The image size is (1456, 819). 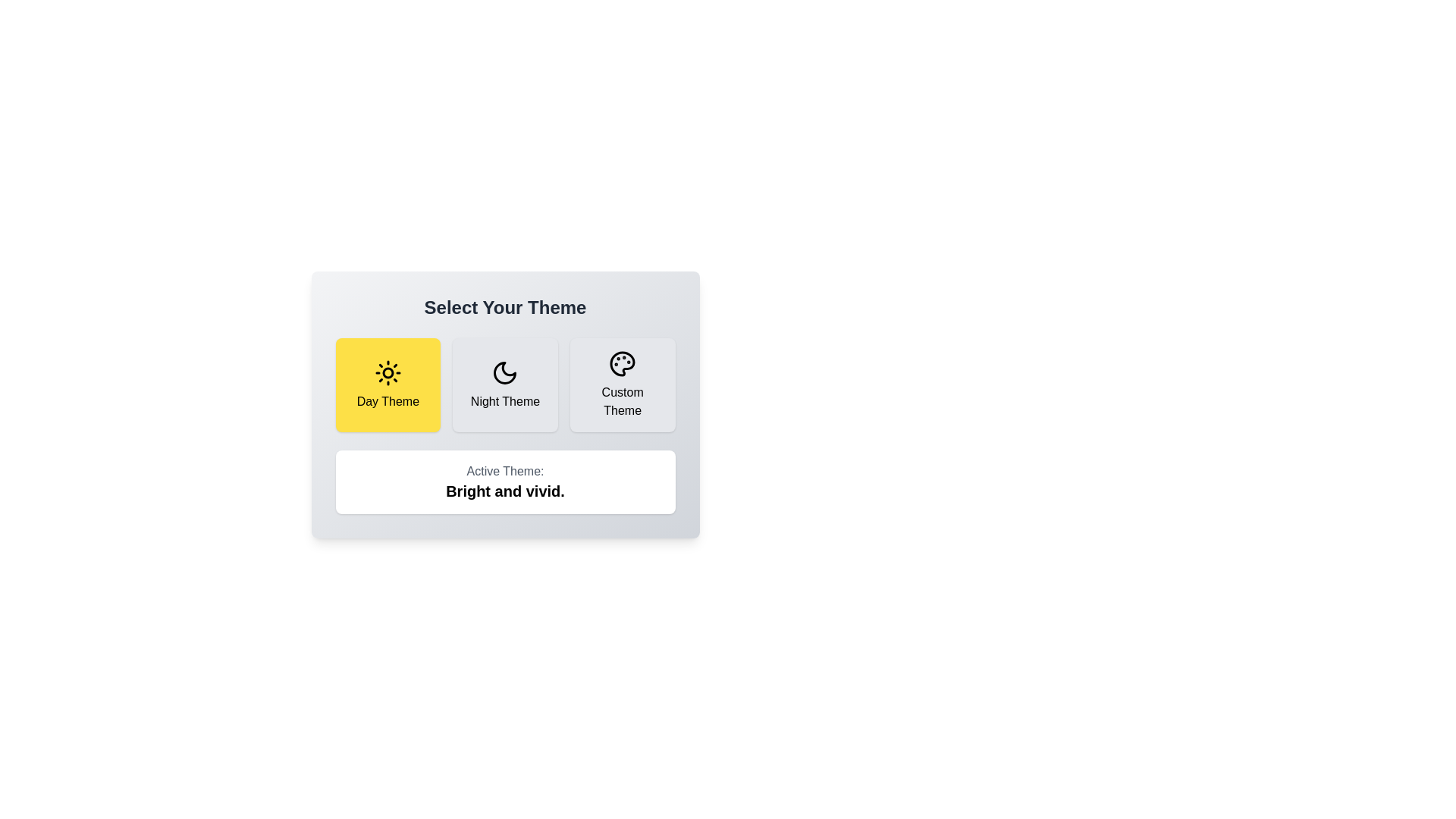 What do you see at coordinates (388, 384) in the screenshot?
I see `the theme by clicking on the button corresponding to Day Theme` at bounding box center [388, 384].